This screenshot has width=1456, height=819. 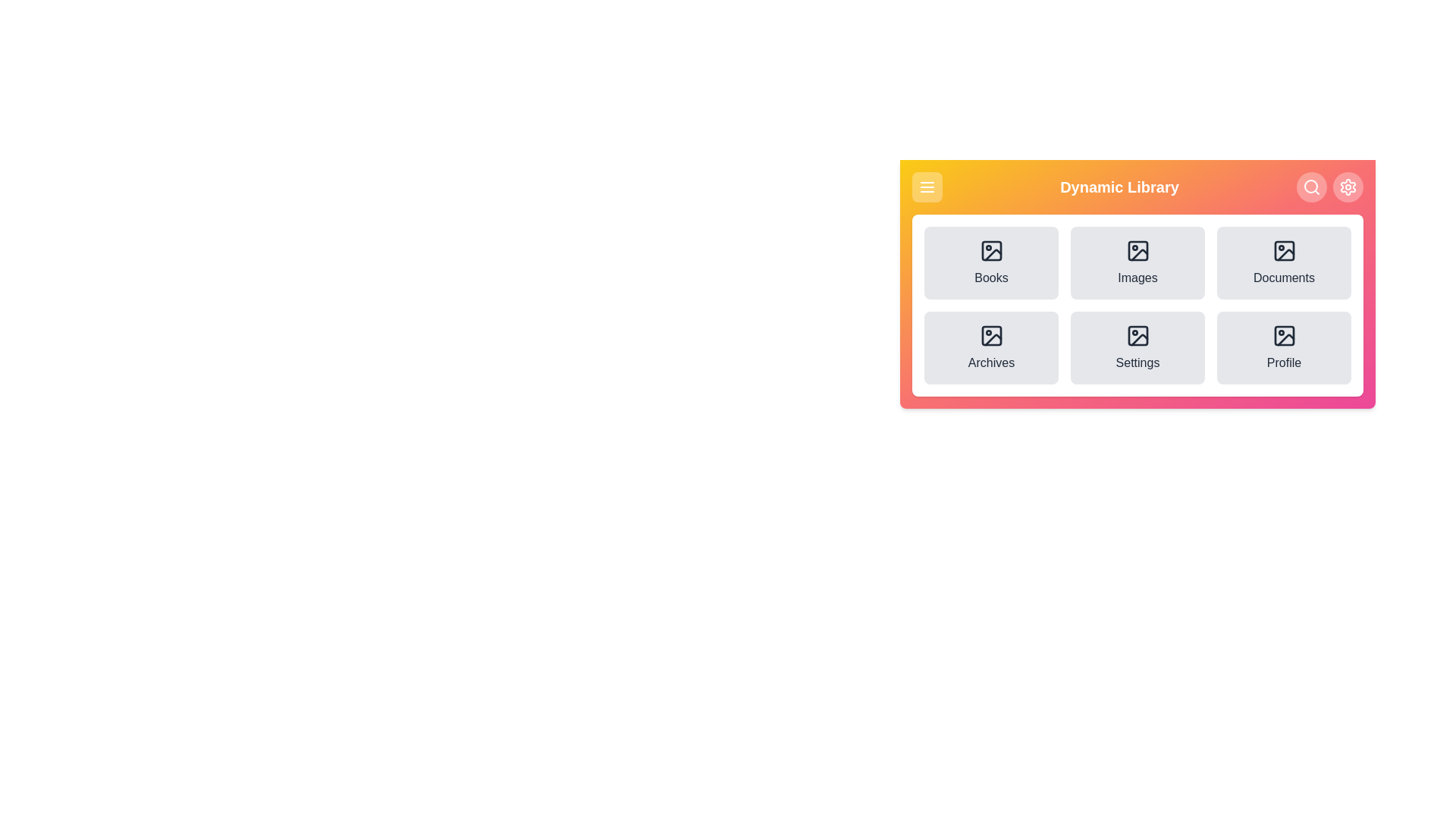 I want to click on the header text 'Dynamic Library', so click(x=1119, y=186).